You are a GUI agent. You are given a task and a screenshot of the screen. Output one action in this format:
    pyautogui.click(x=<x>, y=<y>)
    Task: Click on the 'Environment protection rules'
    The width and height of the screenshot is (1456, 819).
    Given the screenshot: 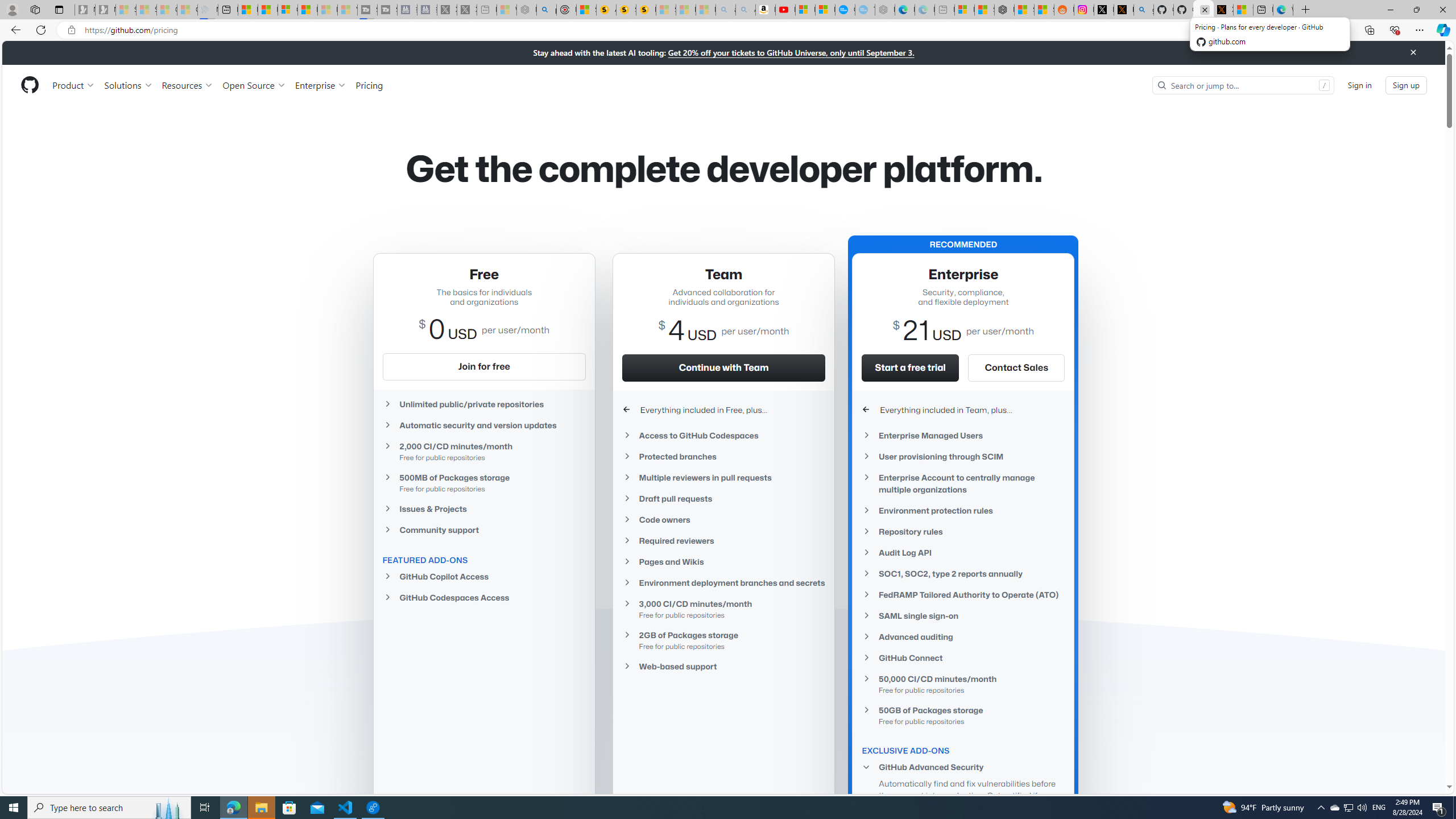 What is the action you would take?
    pyautogui.click(x=963, y=510)
    